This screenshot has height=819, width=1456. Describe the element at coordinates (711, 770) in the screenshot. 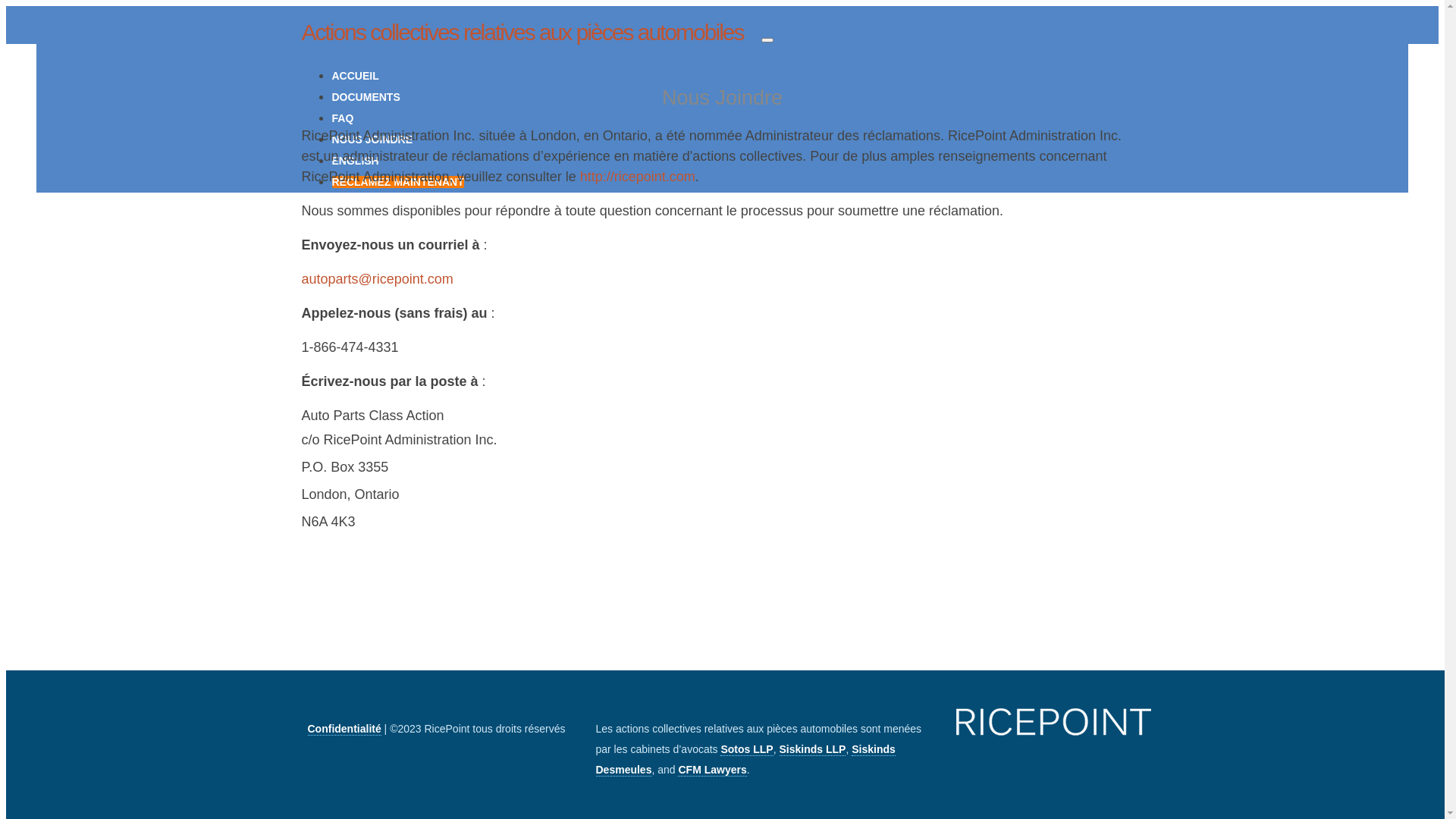

I see `'CFM Lawyers'` at that location.